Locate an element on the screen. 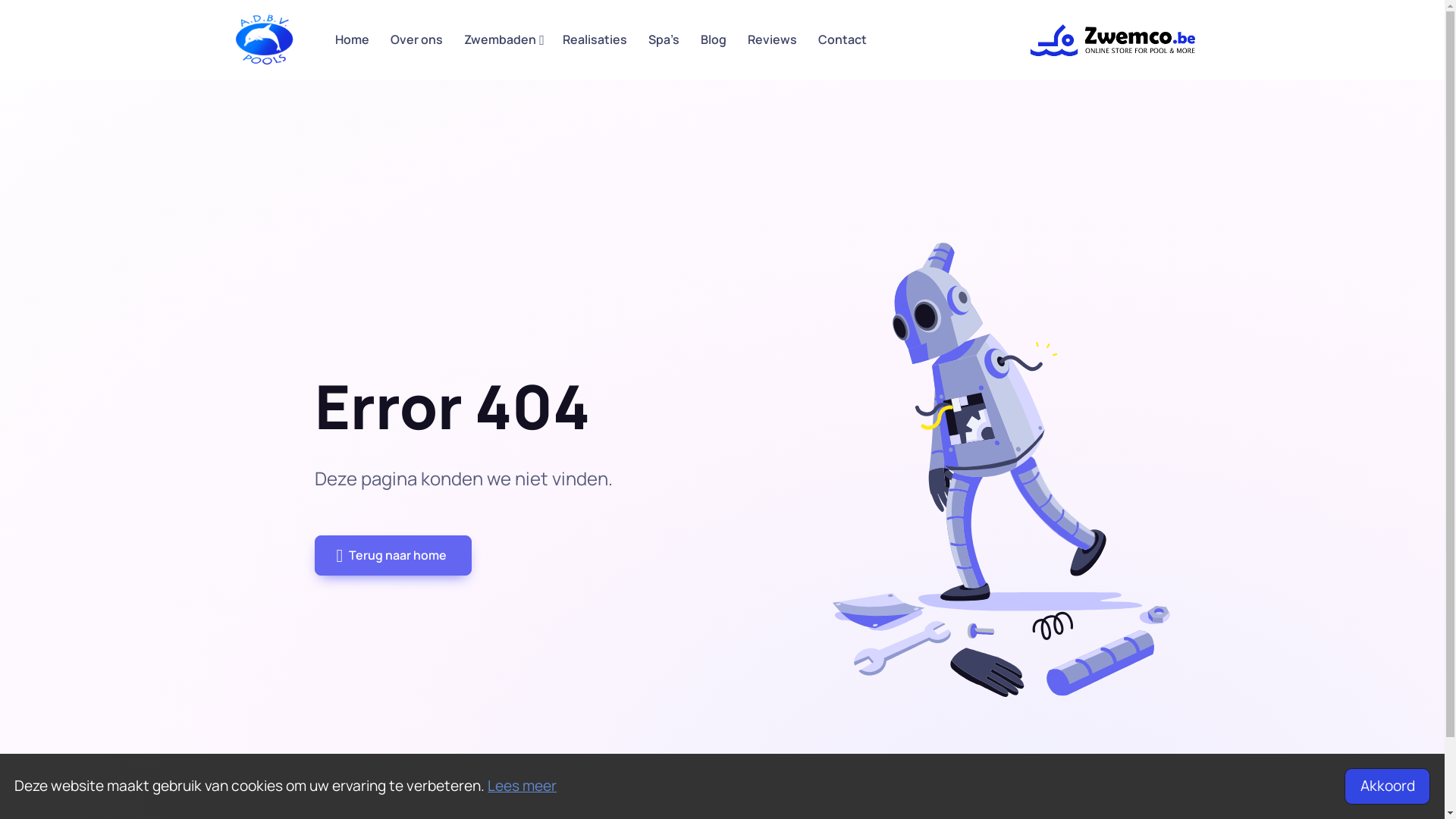  'Terug naar home' is located at coordinates (393, 555).